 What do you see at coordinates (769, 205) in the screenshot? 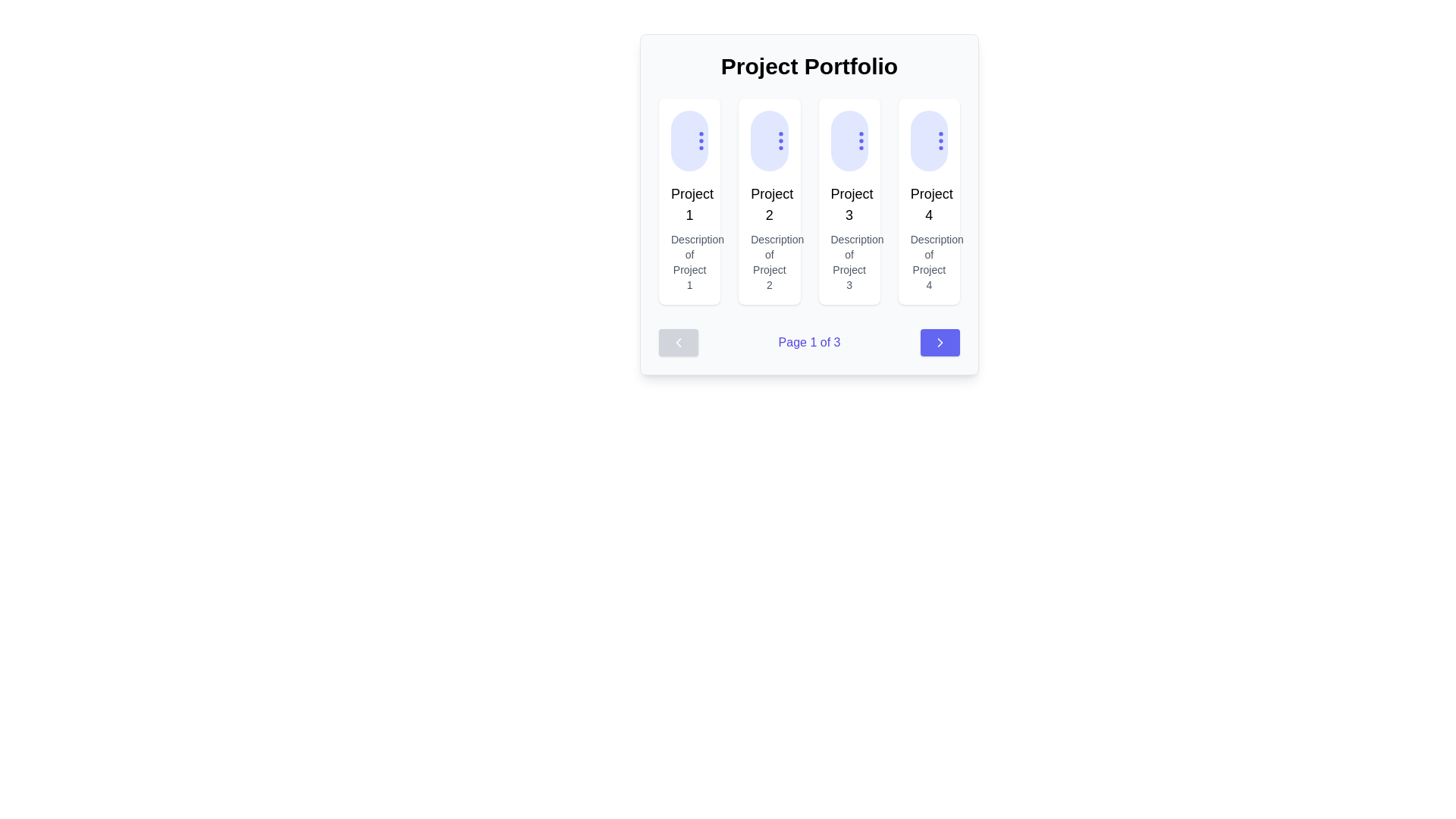
I see `the non-interactive text label displaying the project title located in the second card of four cards in a horizontal row` at bounding box center [769, 205].